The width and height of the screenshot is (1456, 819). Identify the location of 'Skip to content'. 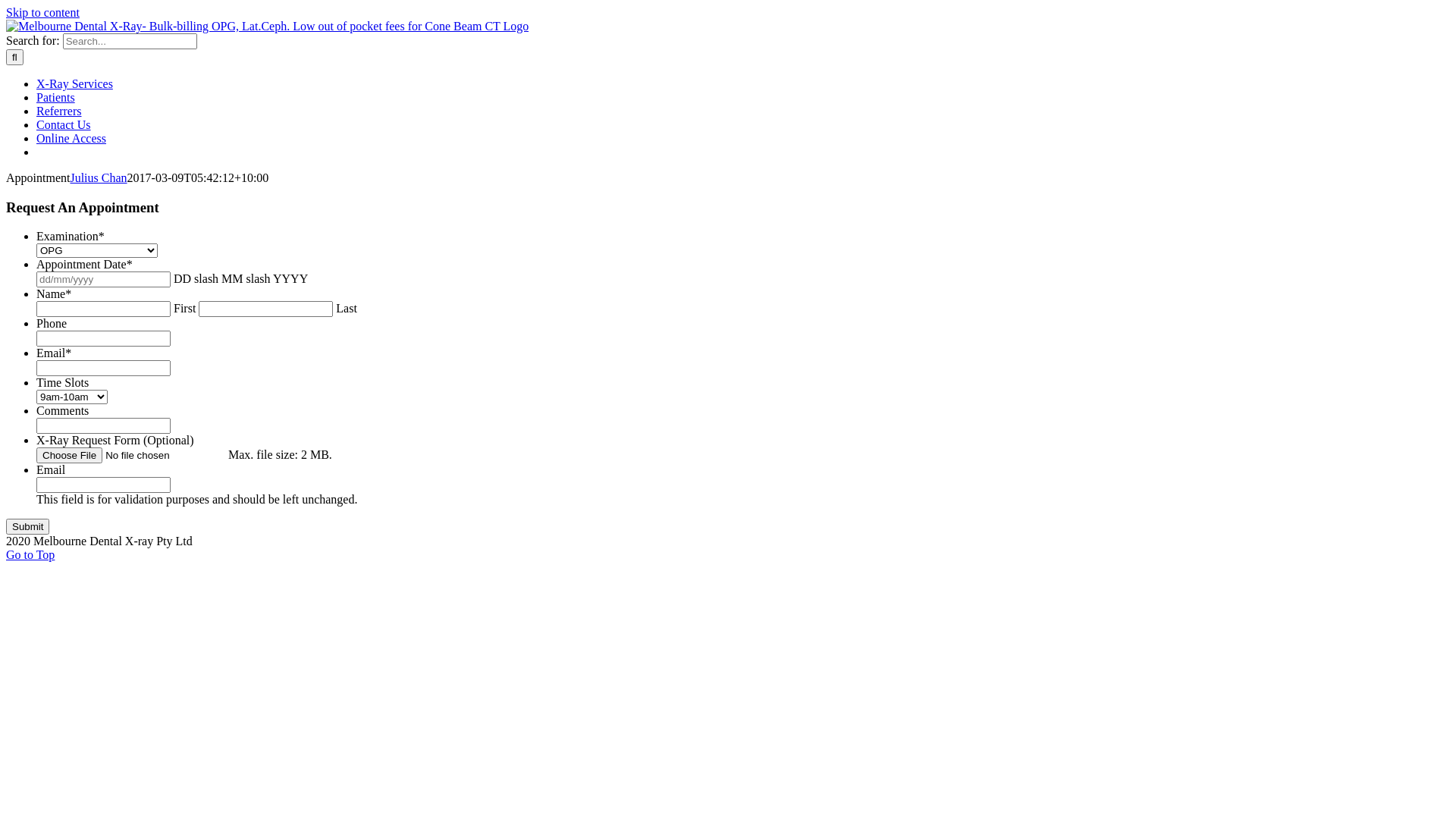
(6, 12).